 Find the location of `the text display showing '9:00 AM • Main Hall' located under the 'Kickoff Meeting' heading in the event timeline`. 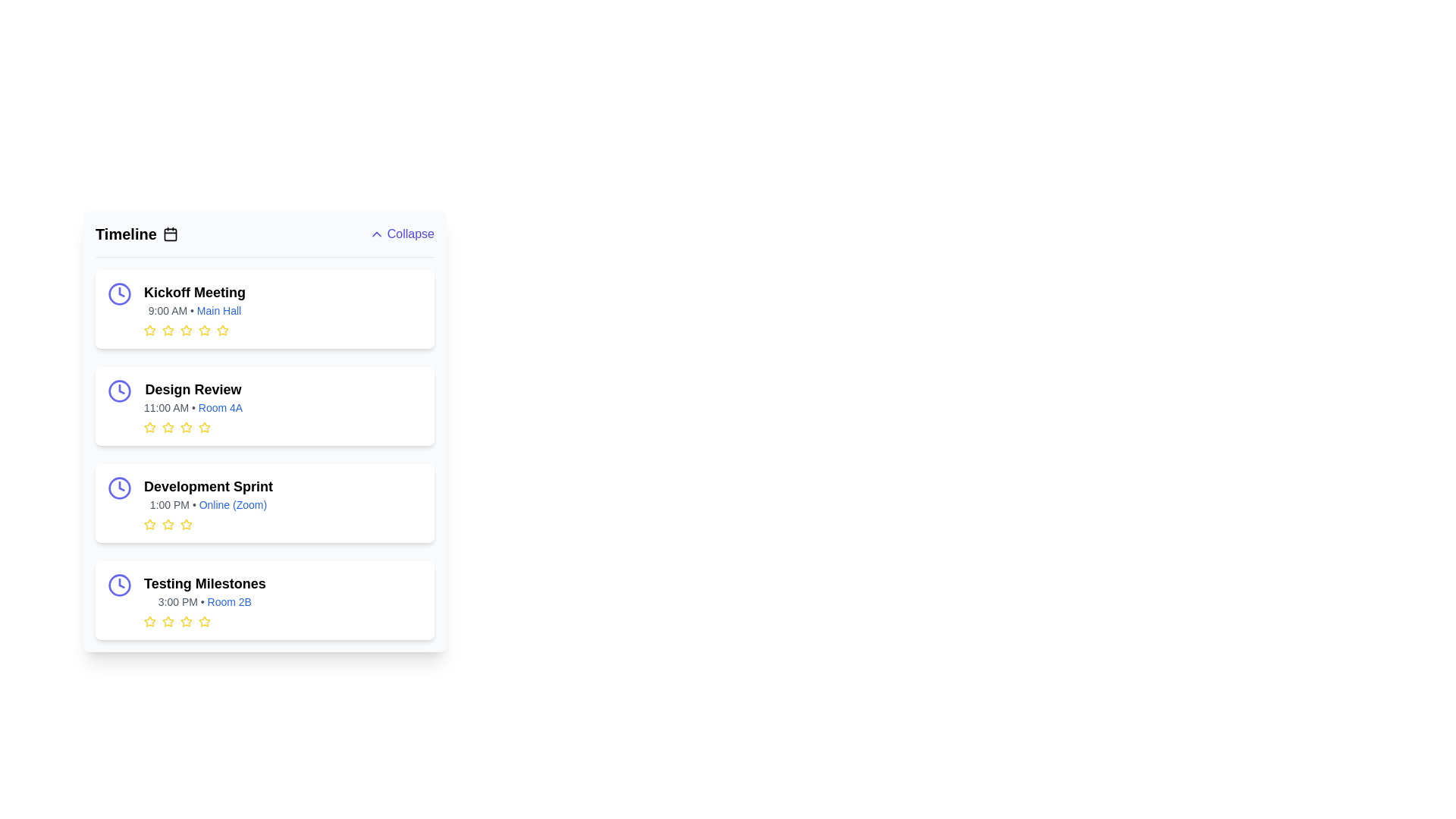

the text display showing '9:00 AM • Main Hall' located under the 'Kickoff Meeting' heading in the event timeline is located at coordinates (194, 309).